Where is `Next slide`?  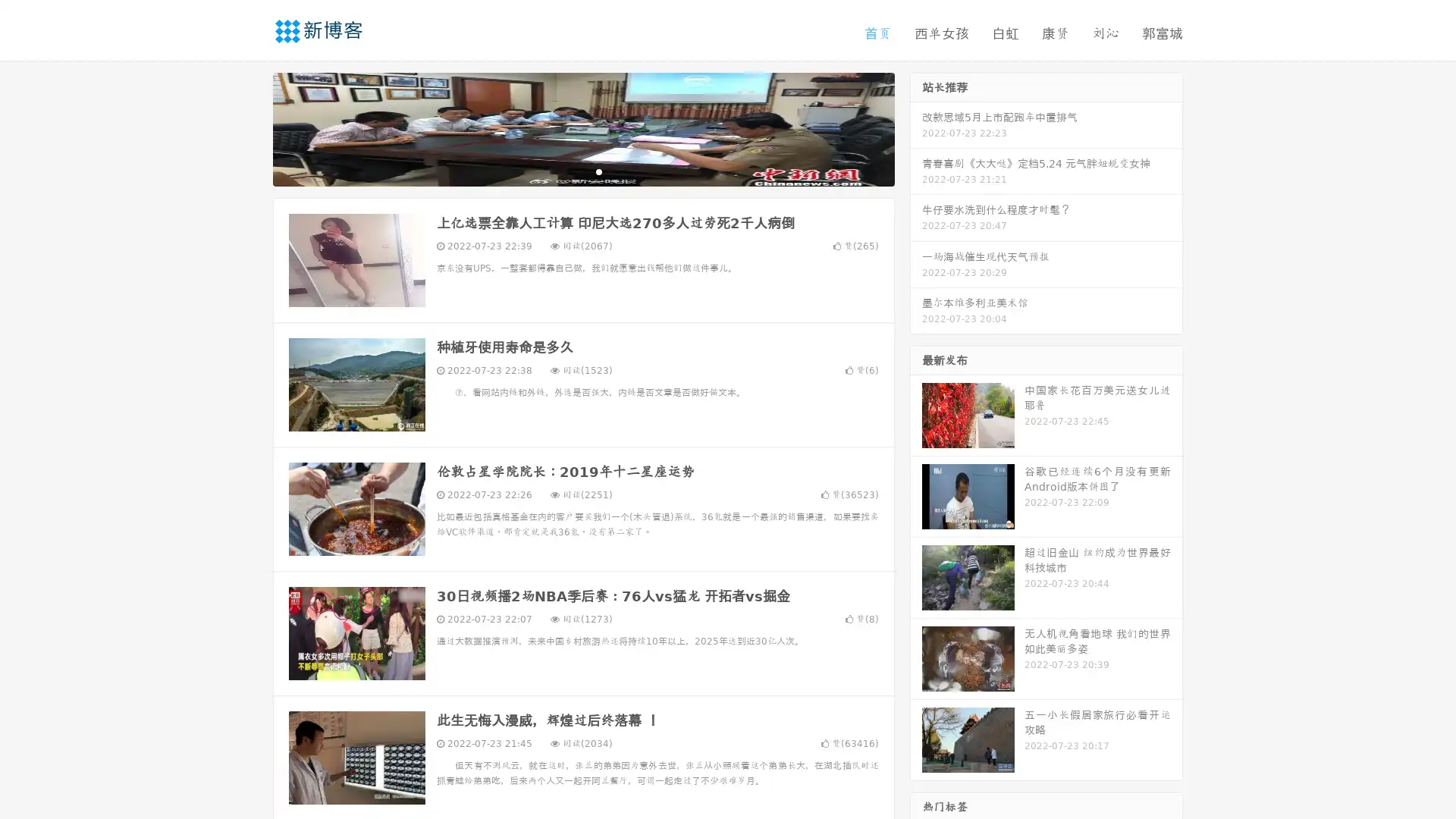
Next slide is located at coordinates (916, 127).